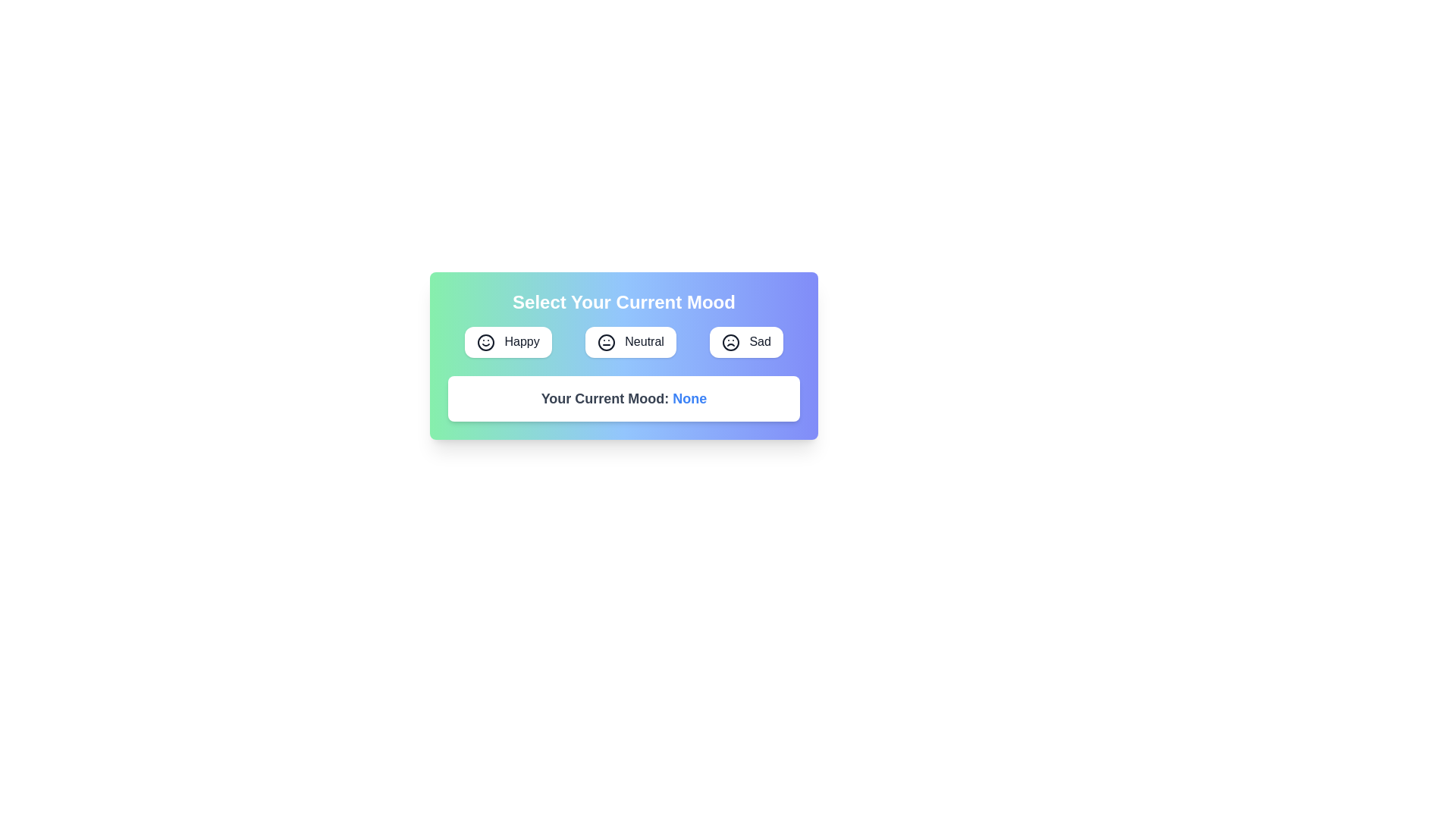 Image resolution: width=1456 pixels, height=819 pixels. I want to click on the circular smiling face icon, so click(486, 342).